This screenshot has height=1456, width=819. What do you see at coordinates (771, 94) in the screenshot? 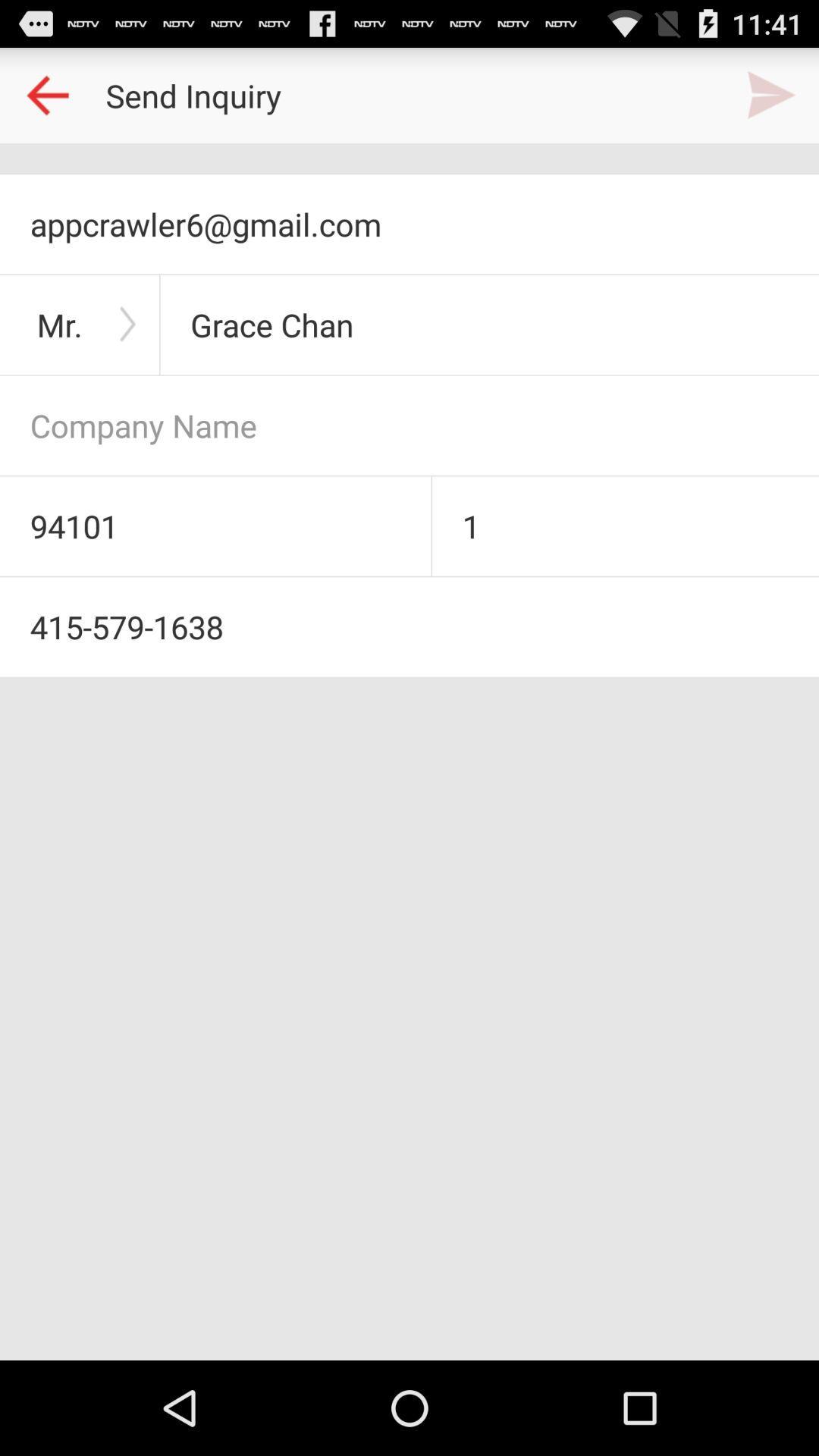
I see `send inquiry` at bounding box center [771, 94].